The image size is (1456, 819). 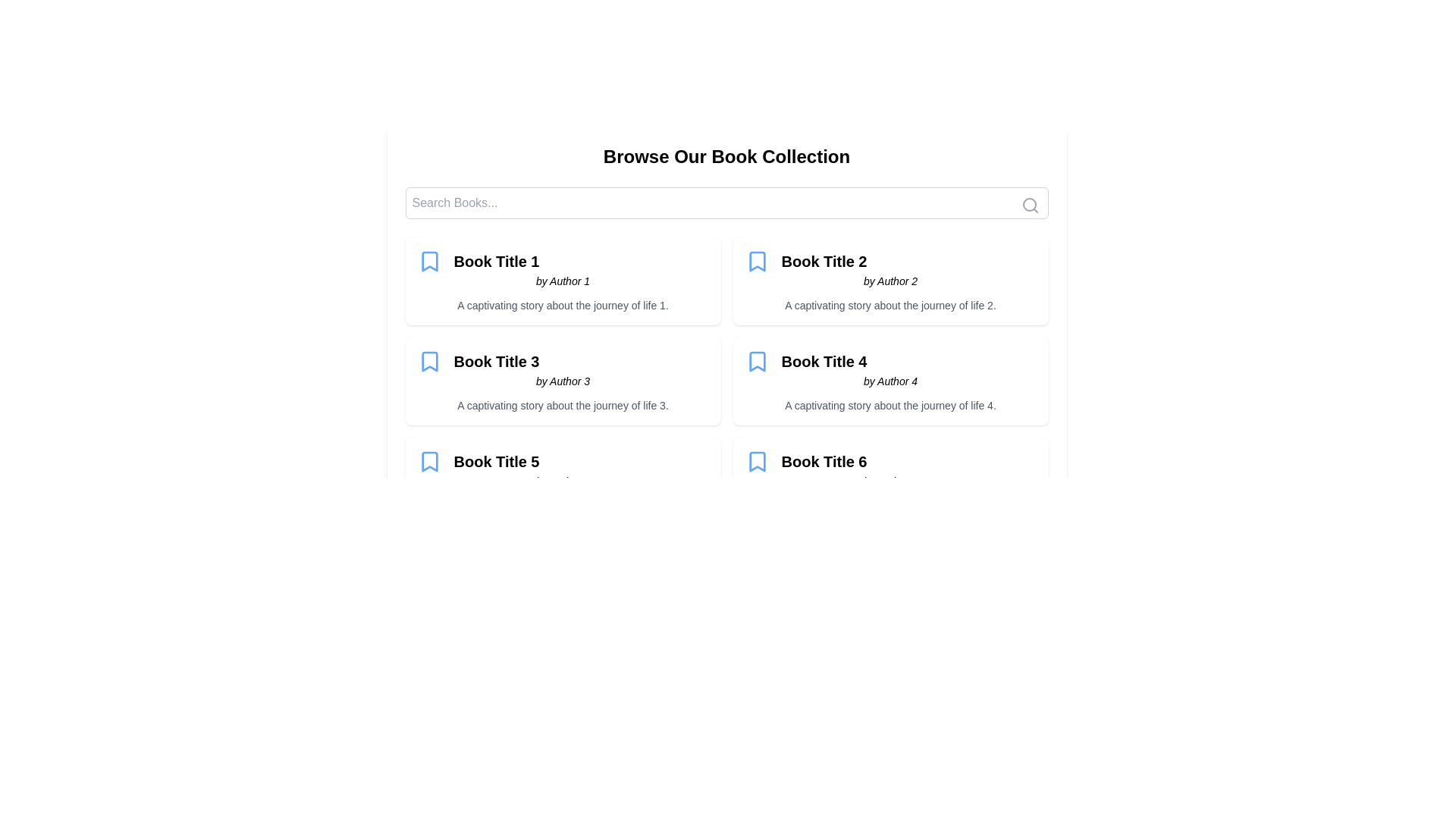 I want to click on the text header displaying 'Browse Our Book Collection', so click(x=726, y=157).